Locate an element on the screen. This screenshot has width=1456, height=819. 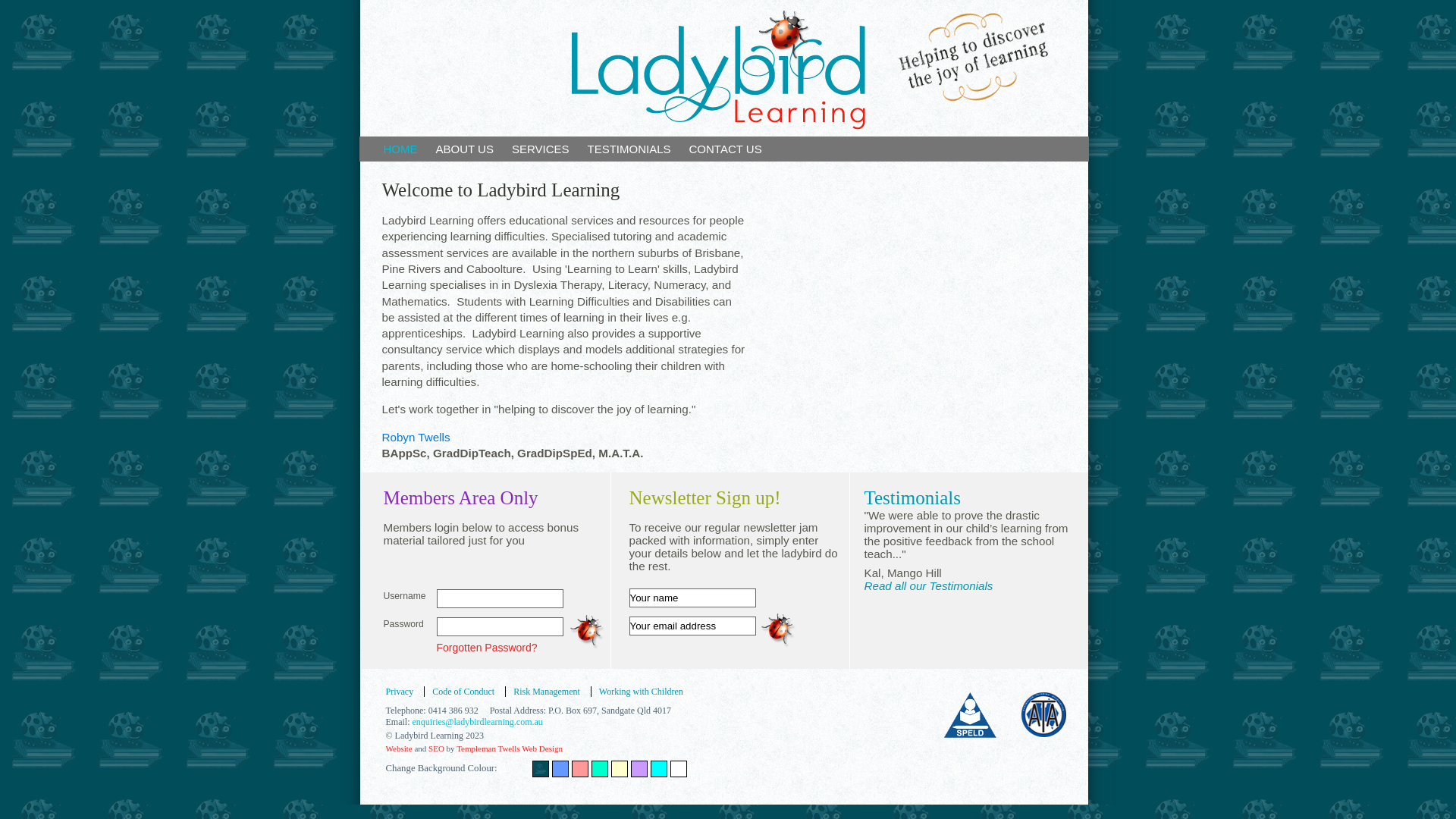
'Privacy' is located at coordinates (403, 691).